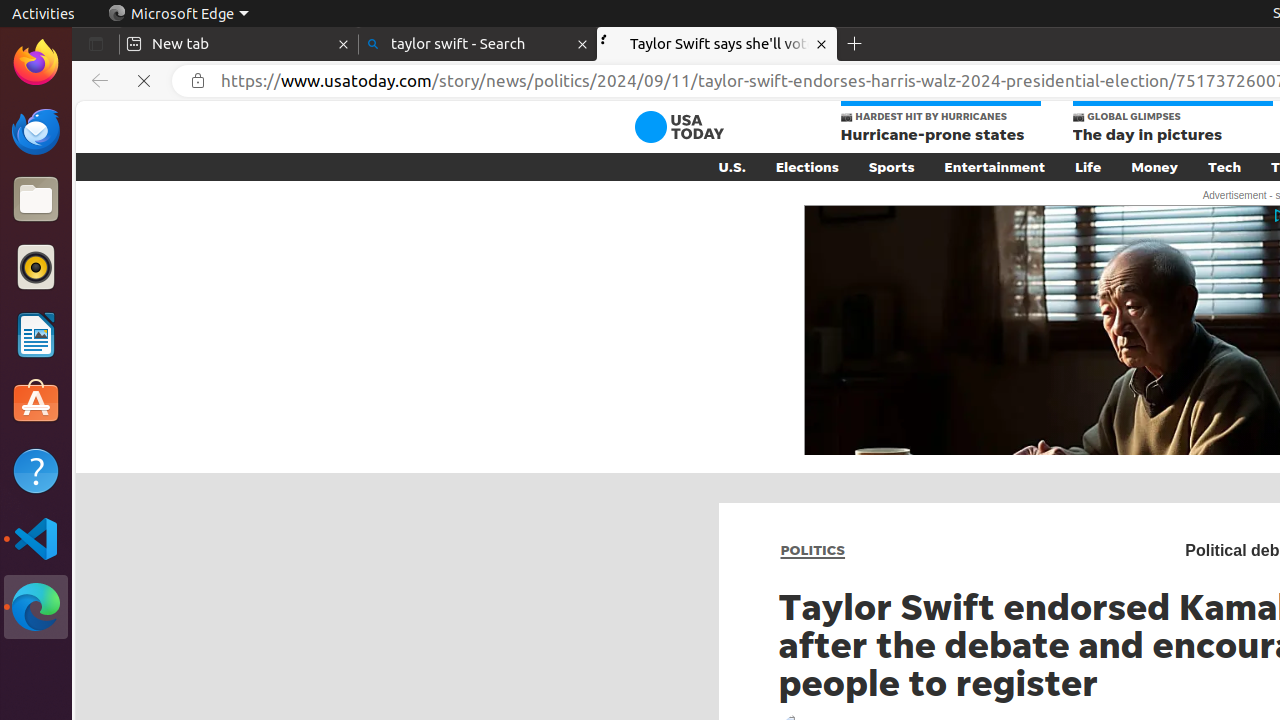 The height and width of the screenshot is (720, 1280). What do you see at coordinates (143, 80) in the screenshot?
I see `'Refresh'` at bounding box center [143, 80].